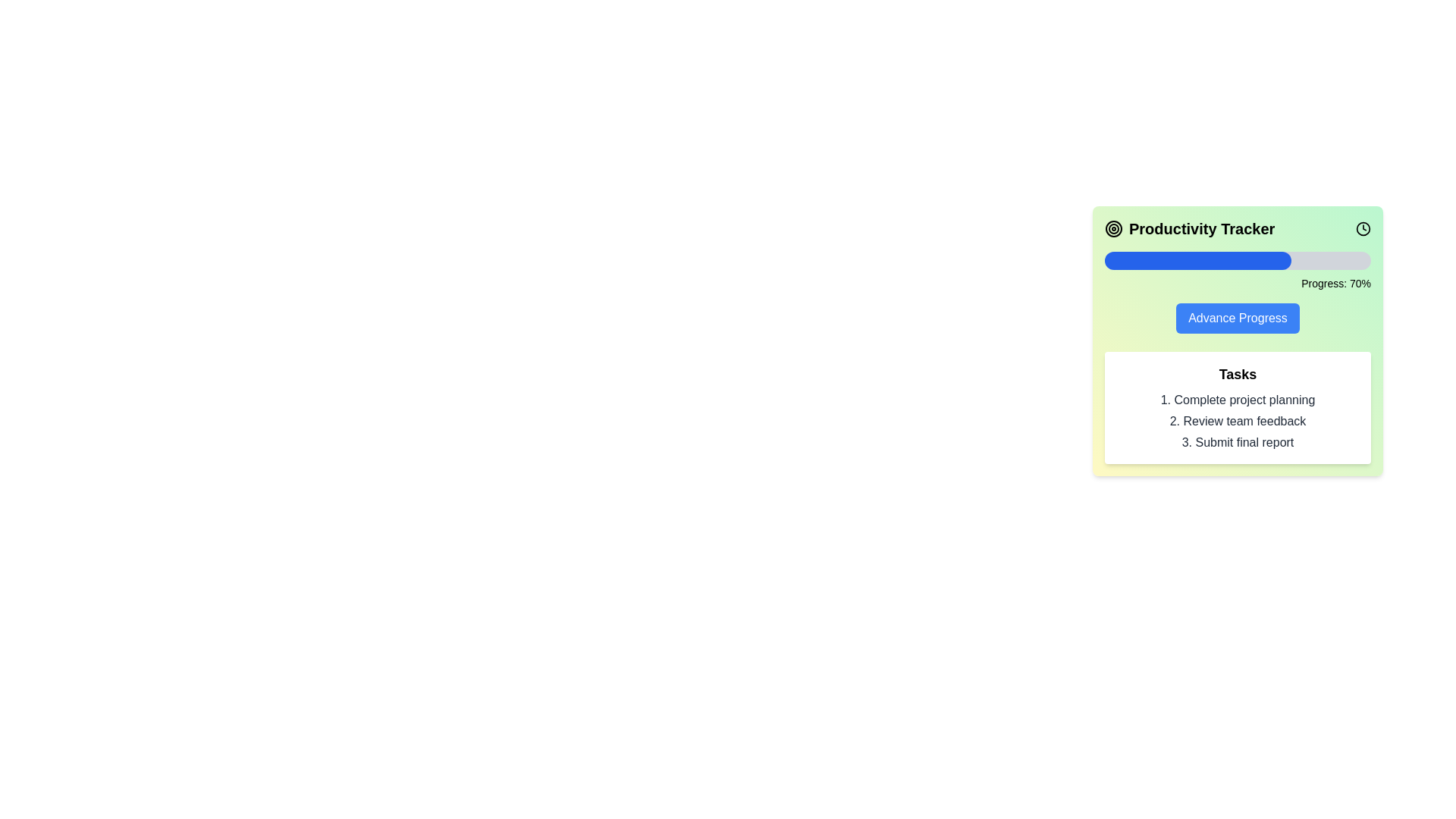 The height and width of the screenshot is (819, 1456). What do you see at coordinates (1238, 341) in the screenshot?
I see `the 'Advance Progress' button located in the central area of the productivity tracking Card Widget` at bounding box center [1238, 341].